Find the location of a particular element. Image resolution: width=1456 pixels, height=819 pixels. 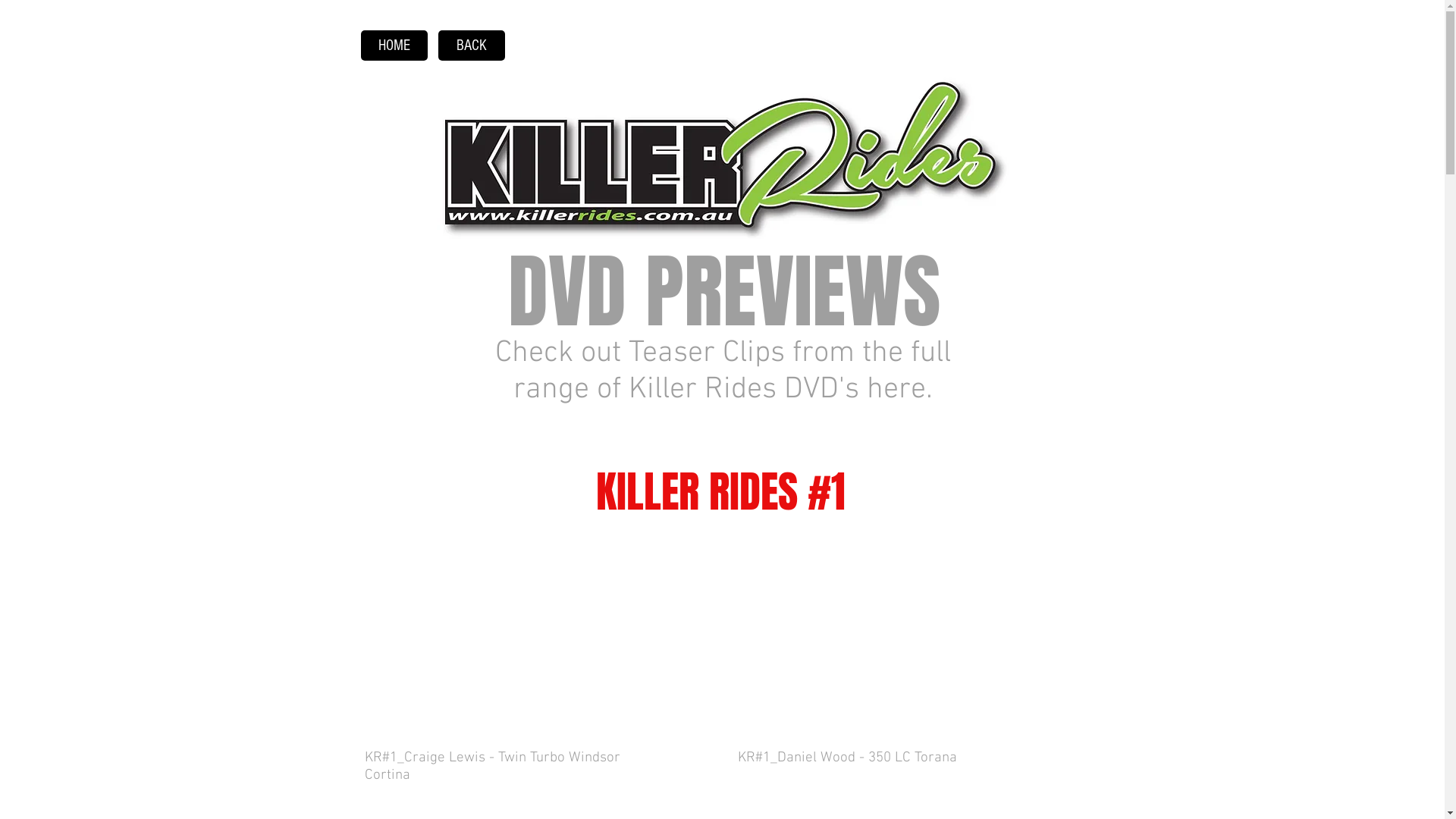

'HOME' is located at coordinates (394, 45).